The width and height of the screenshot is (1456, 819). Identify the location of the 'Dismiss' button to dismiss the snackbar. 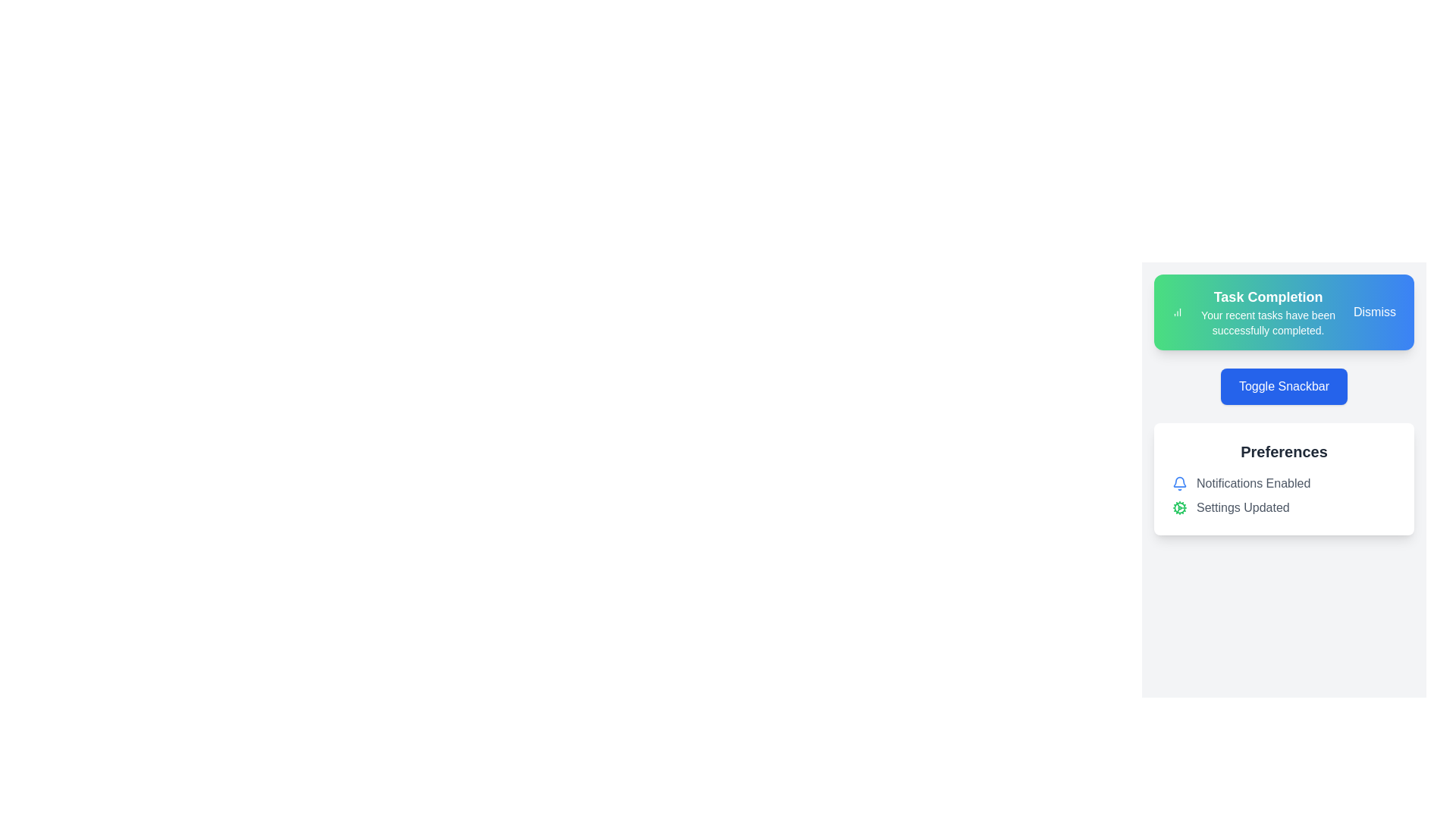
(1375, 312).